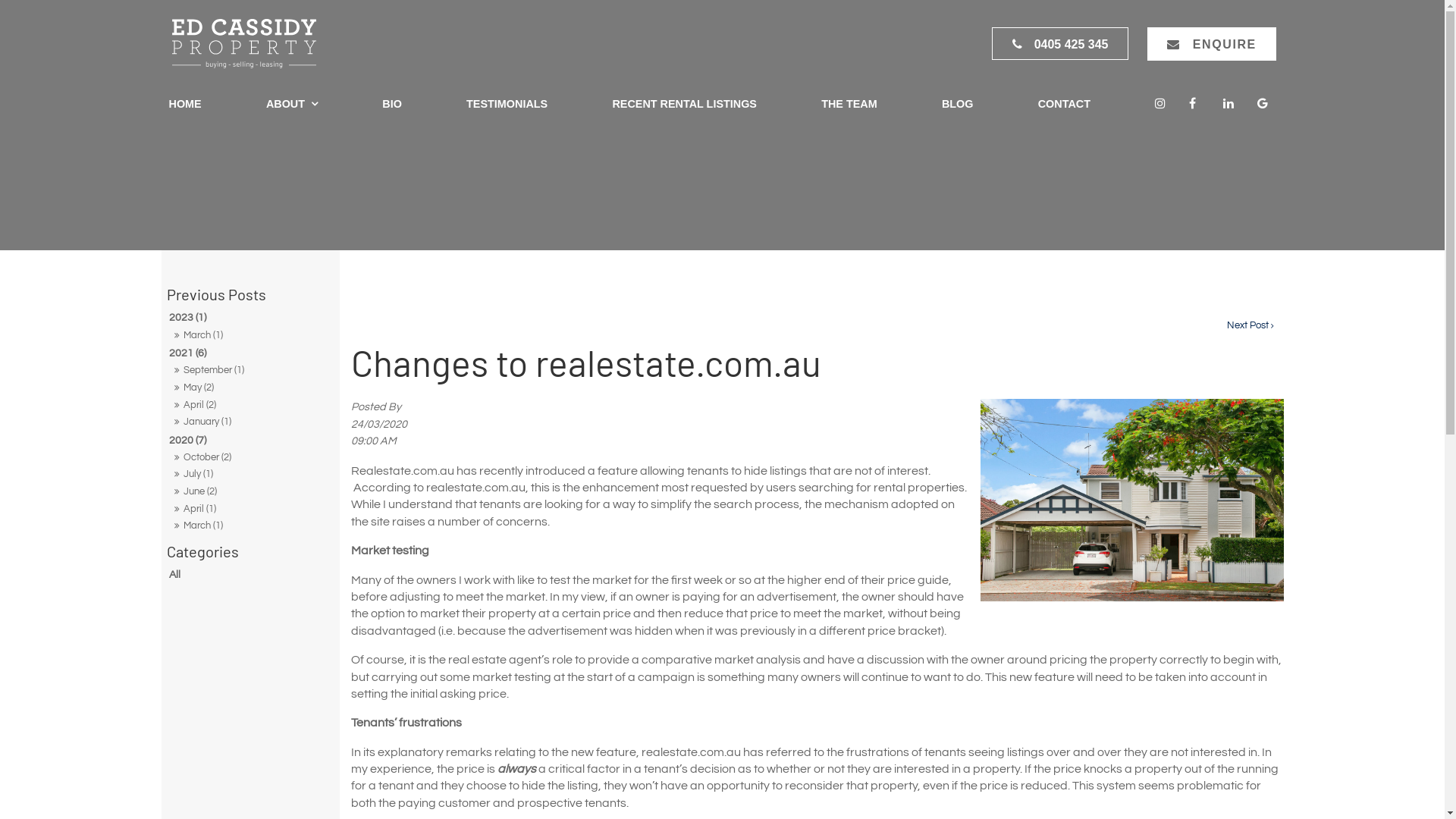 The height and width of the screenshot is (819, 1456). I want to click on 'ENQUIRE', so click(1211, 43).